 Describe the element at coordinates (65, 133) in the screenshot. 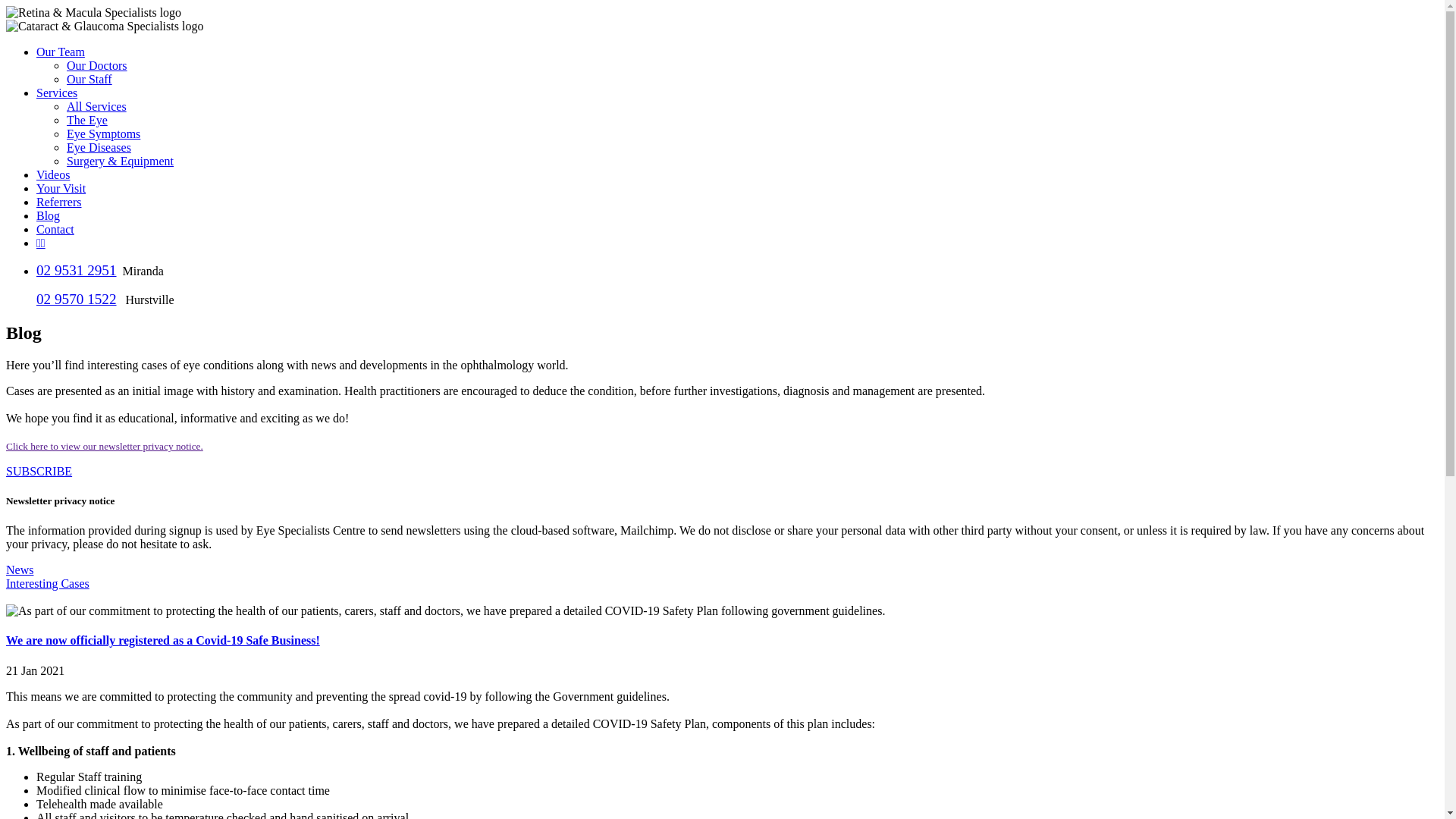

I see `'Eye Symptoms'` at that location.